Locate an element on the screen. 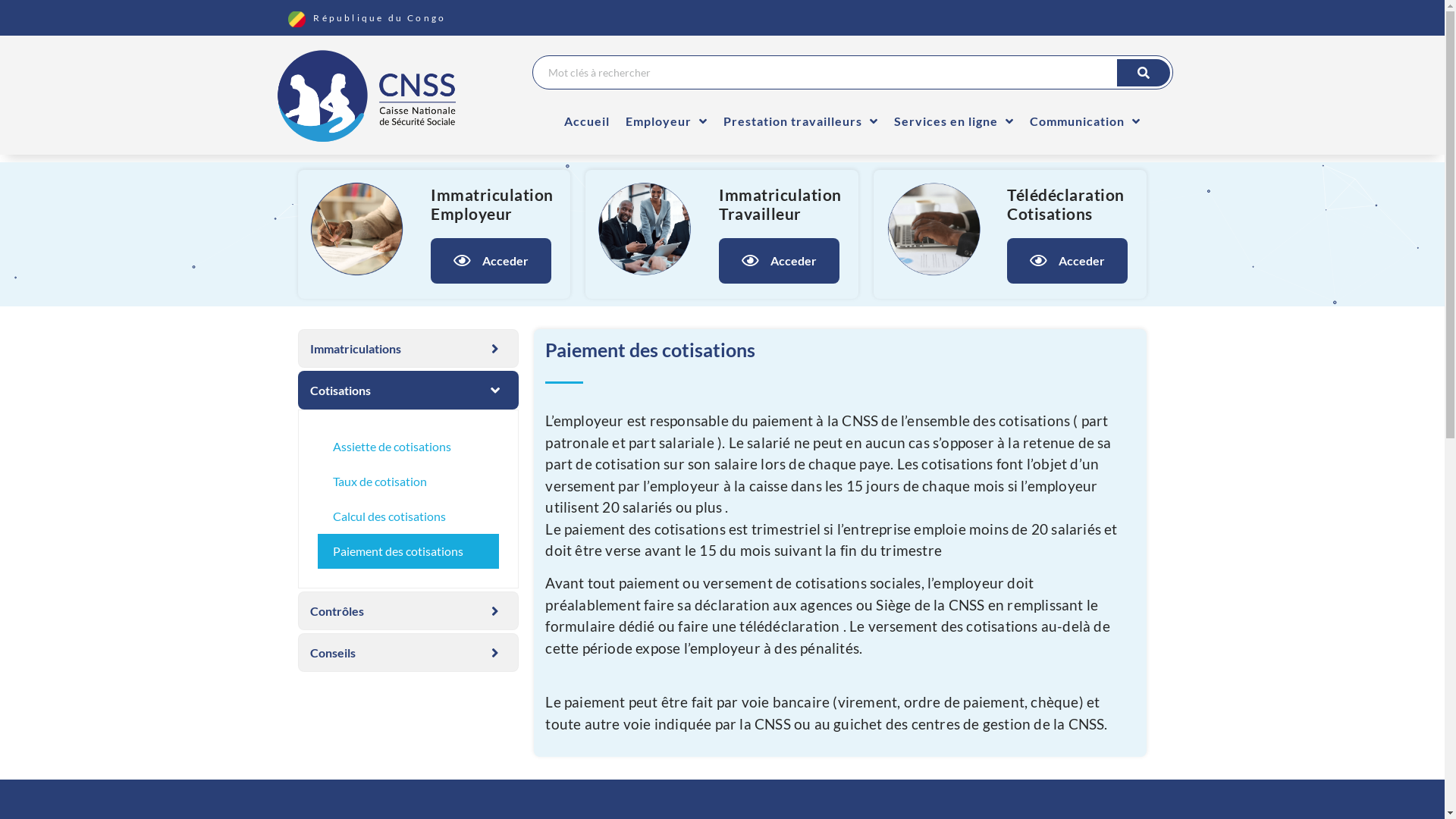 The height and width of the screenshot is (819, 1456). 'Accueil' is located at coordinates (585, 120).